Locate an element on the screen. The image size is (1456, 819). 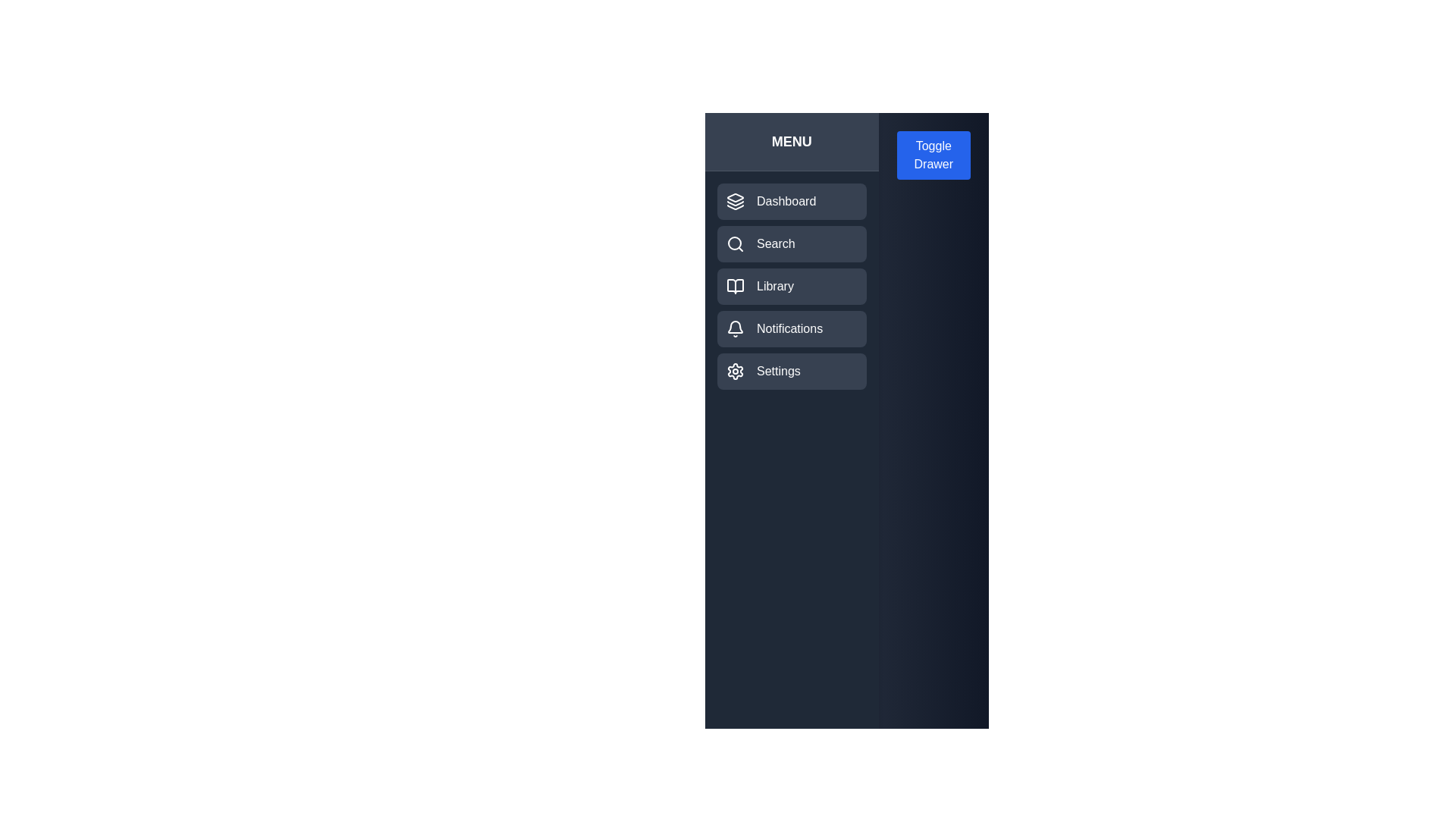
the menu item labeled 'Library' to observe its hover effect is located at coordinates (790, 287).